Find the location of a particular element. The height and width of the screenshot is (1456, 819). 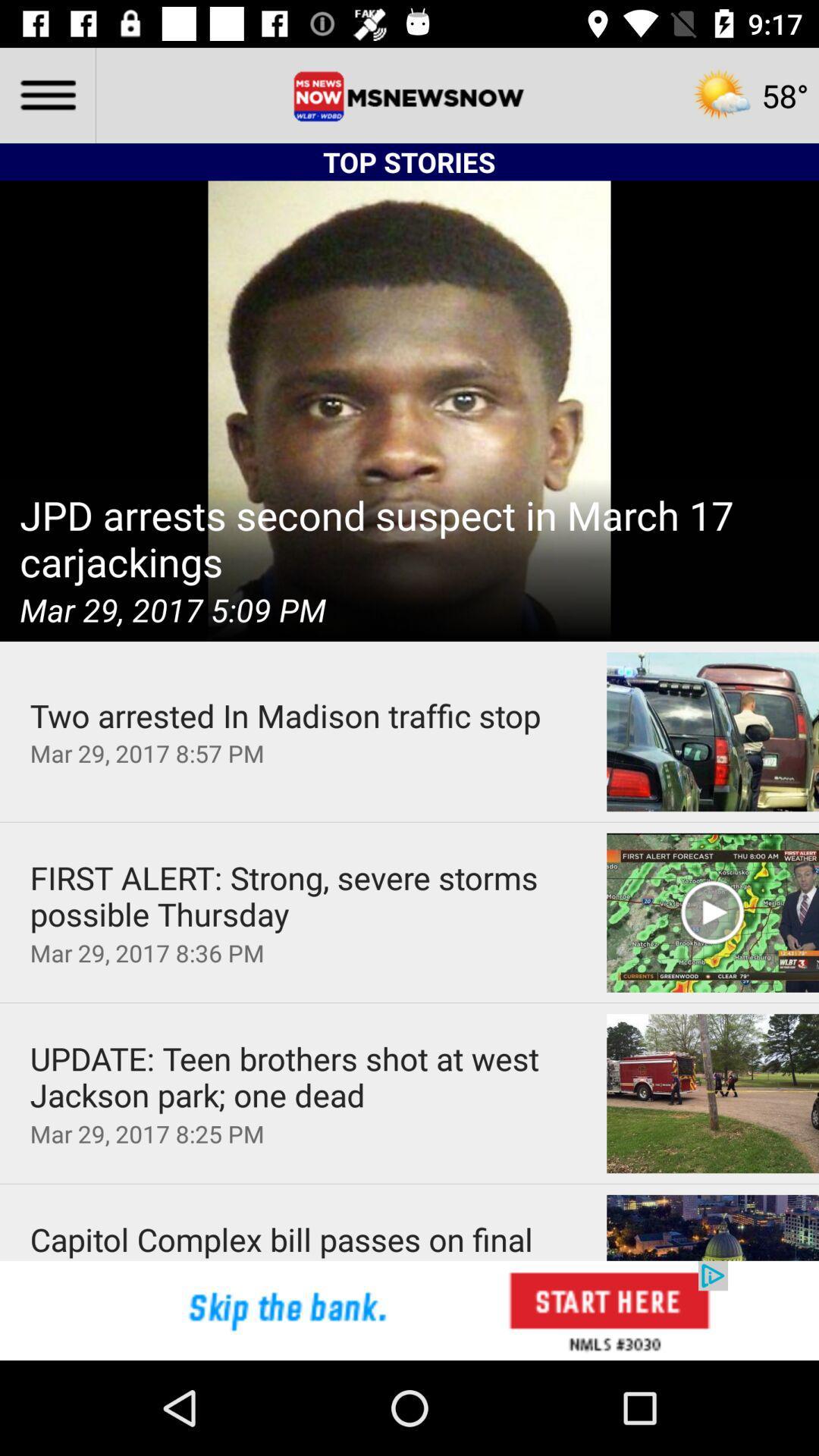

the menu icon is located at coordinates (46, 94).